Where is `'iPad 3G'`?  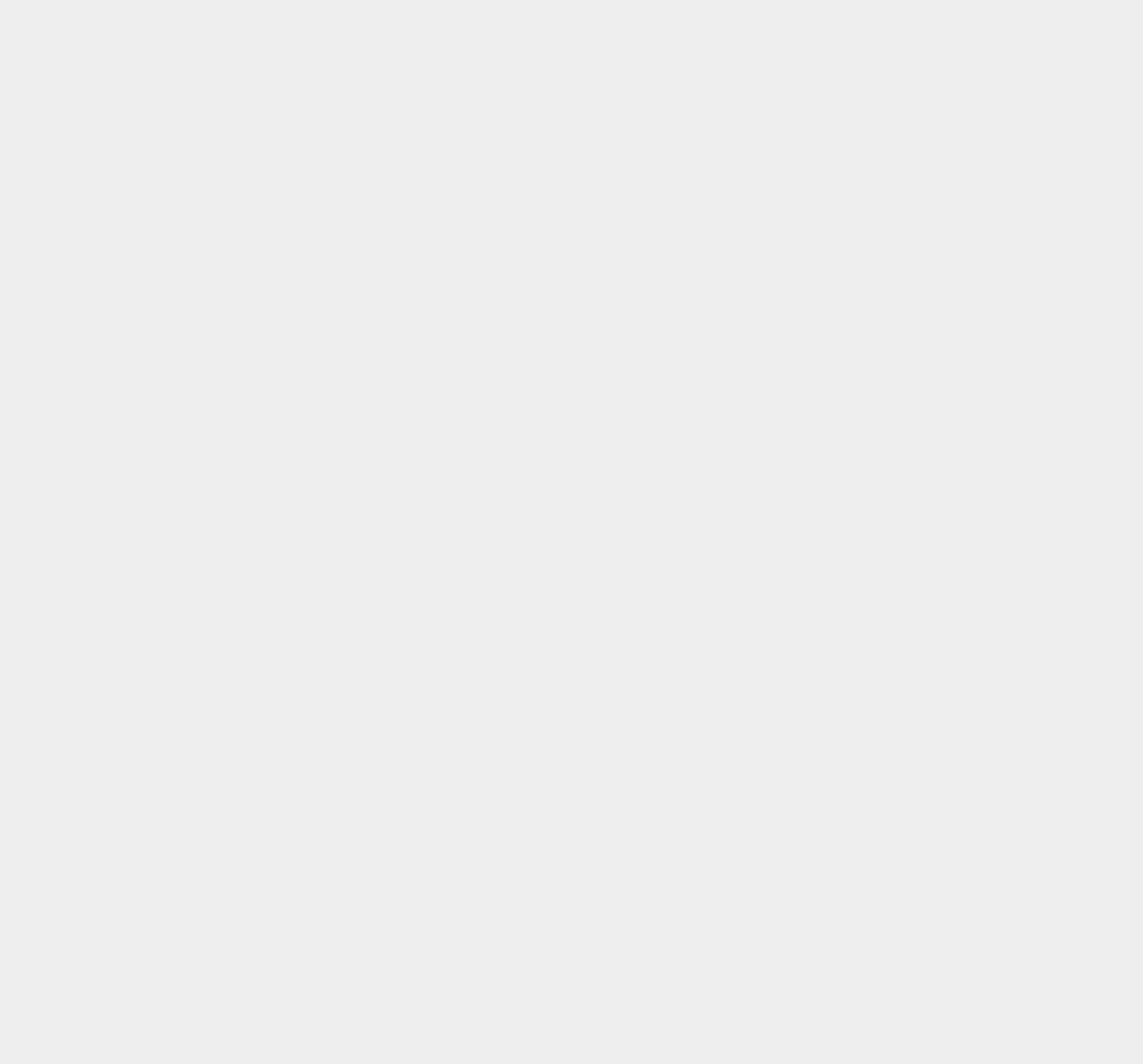 'iPad 3G' is located at coordinates (831, 554).